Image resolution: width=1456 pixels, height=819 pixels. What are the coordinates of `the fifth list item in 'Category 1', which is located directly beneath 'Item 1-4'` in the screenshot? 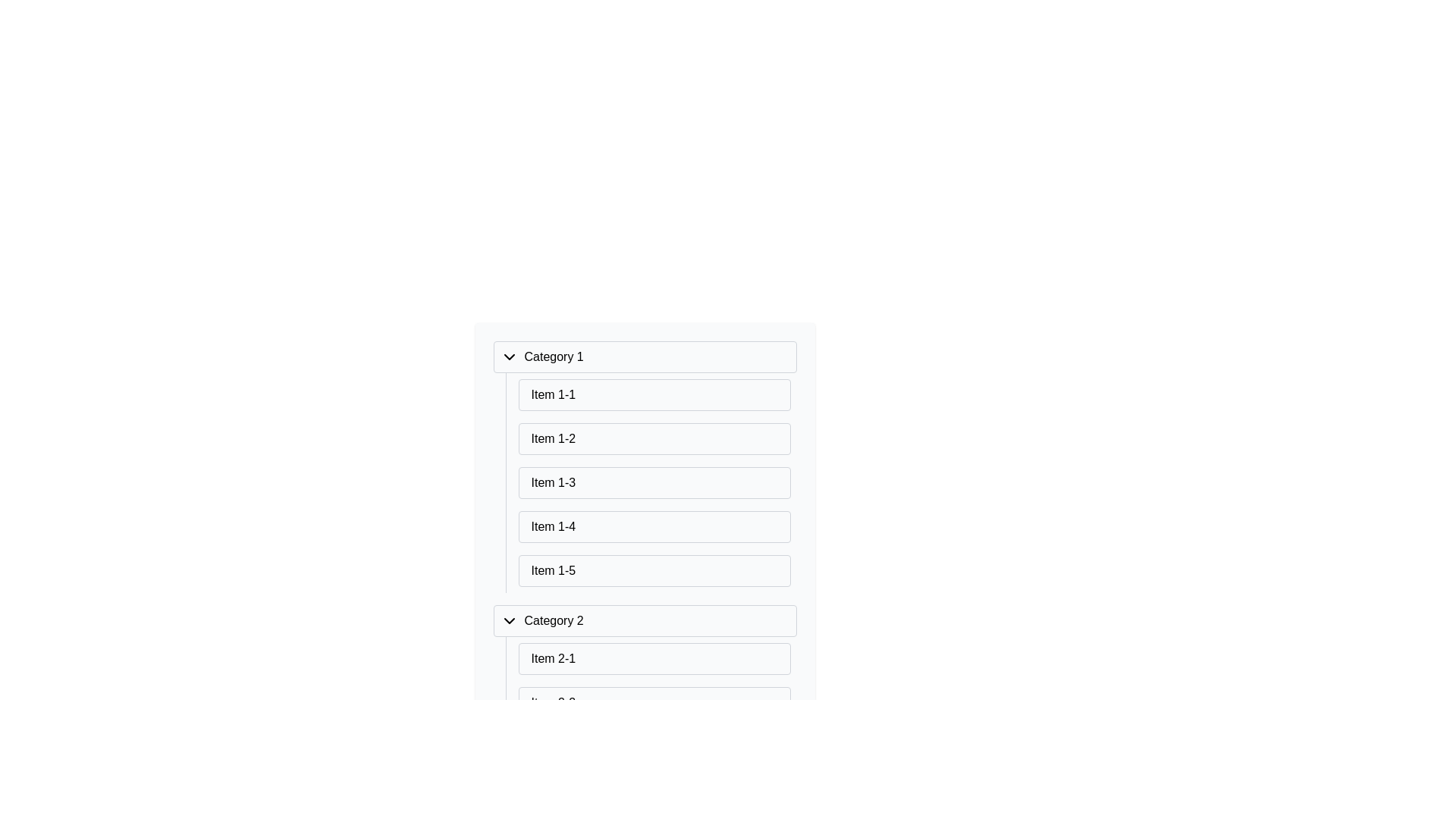 It's located at (654, 570).